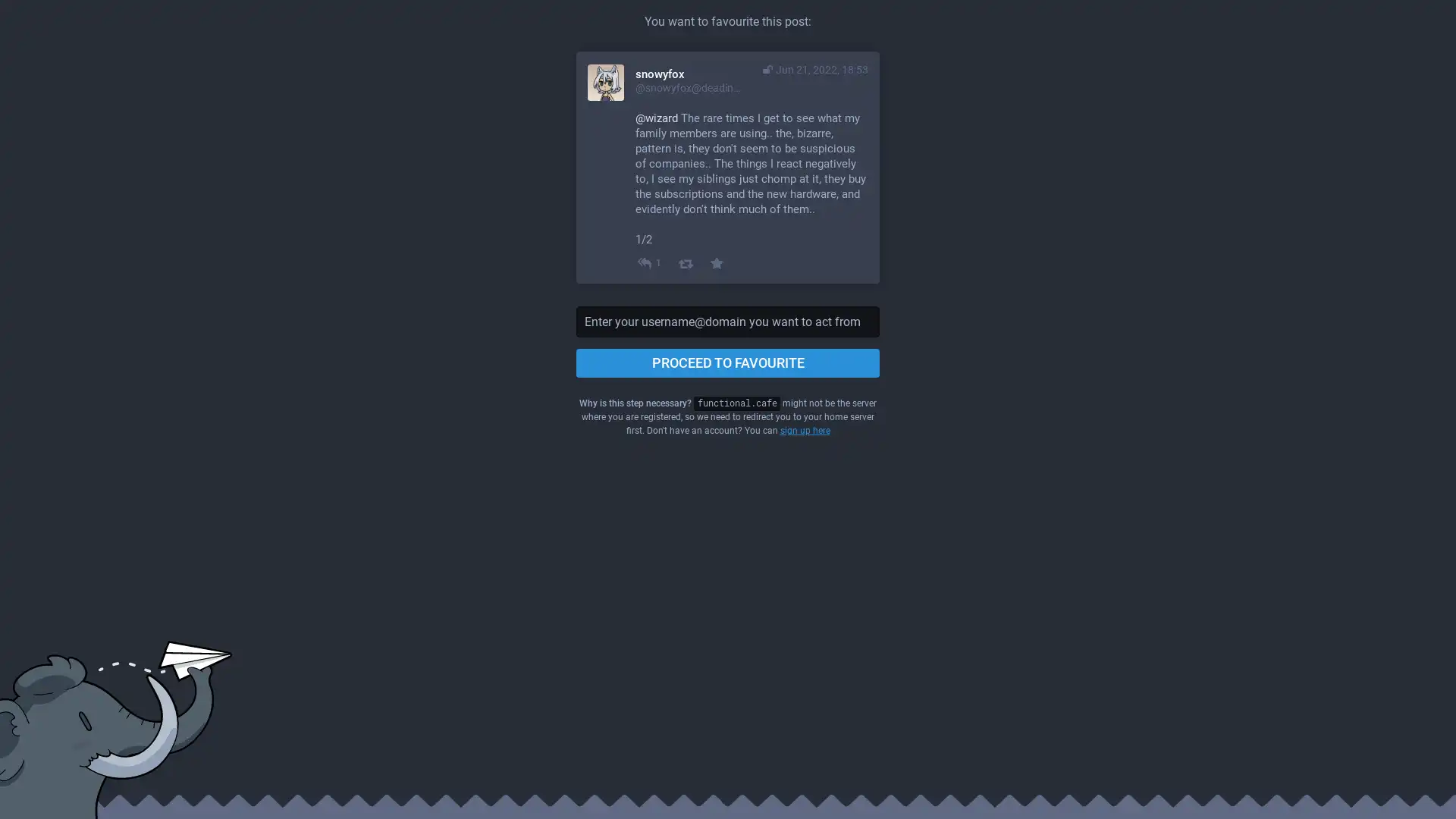 This screenshot has width=1456, height=819. What do you see at coordinates (728, 362) in the screenshot?
I see `PROCEED TO FAVOURITE` at bounding box center [728, 362].